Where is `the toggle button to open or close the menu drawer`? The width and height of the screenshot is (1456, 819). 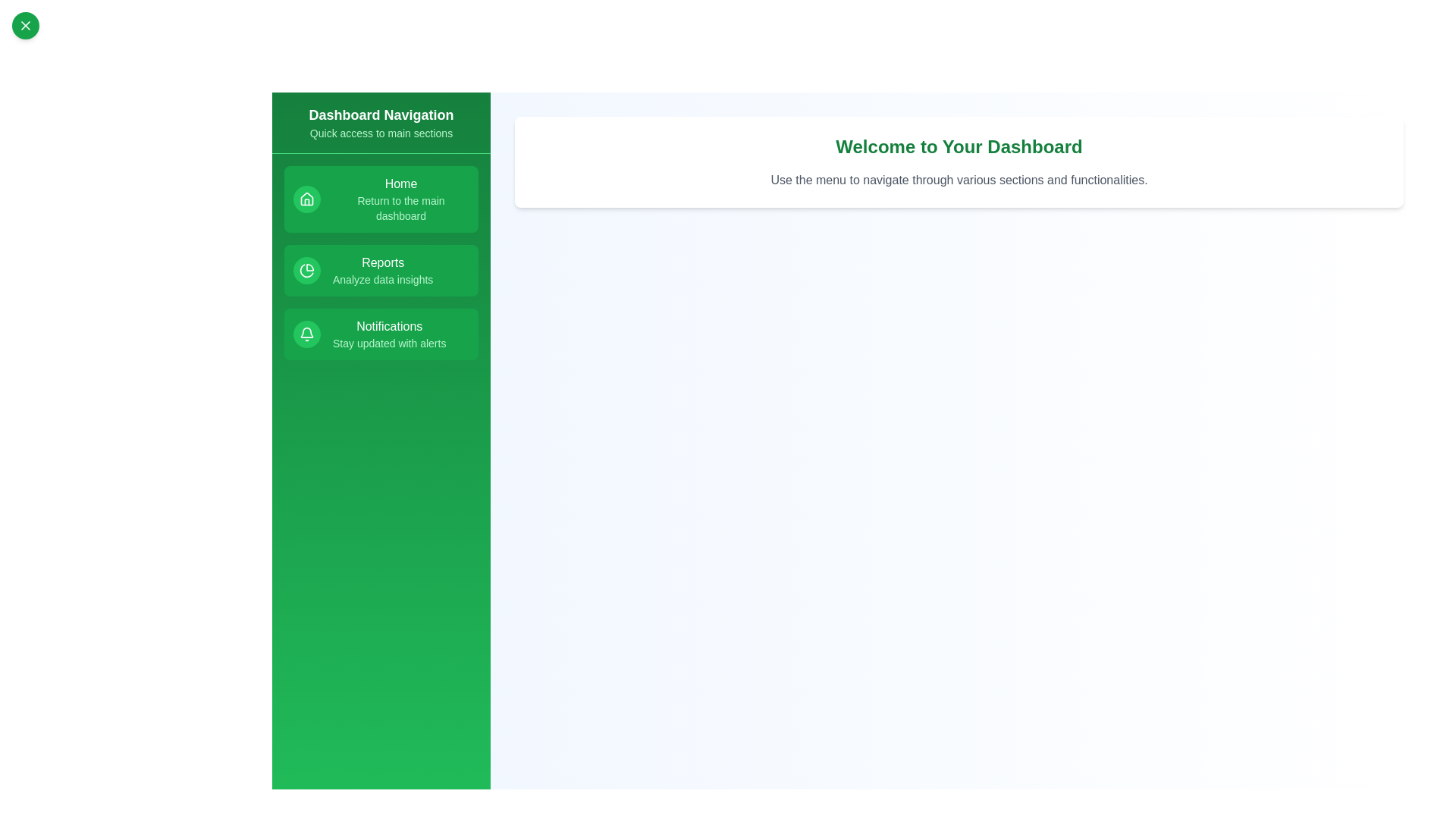 the toggle button to open or close the menu drawer is located at coordinates (25, 26).